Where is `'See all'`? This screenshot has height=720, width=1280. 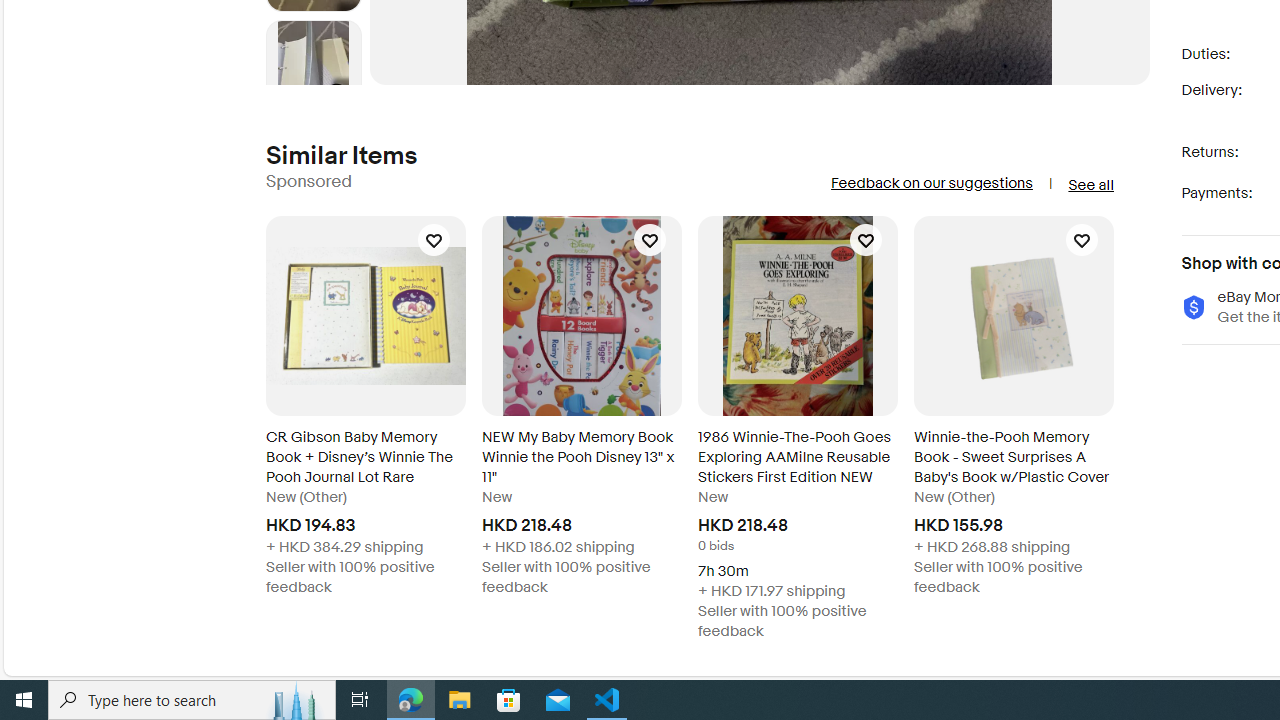 'See all' is located at coordinates (1089, 185).